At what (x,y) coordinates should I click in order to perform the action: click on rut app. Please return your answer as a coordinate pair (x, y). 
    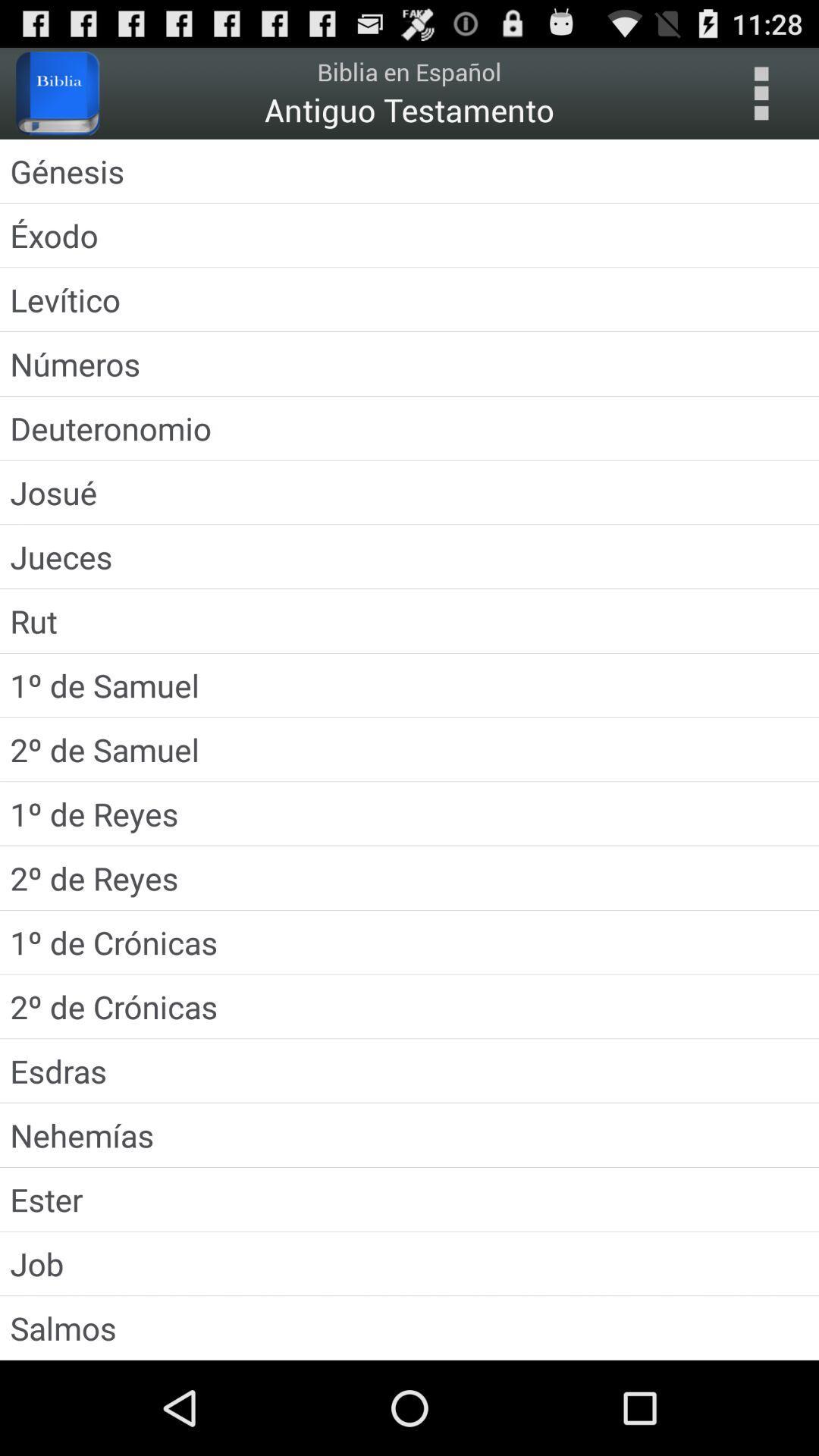
    Looking at the image, I should click on (409, 621).